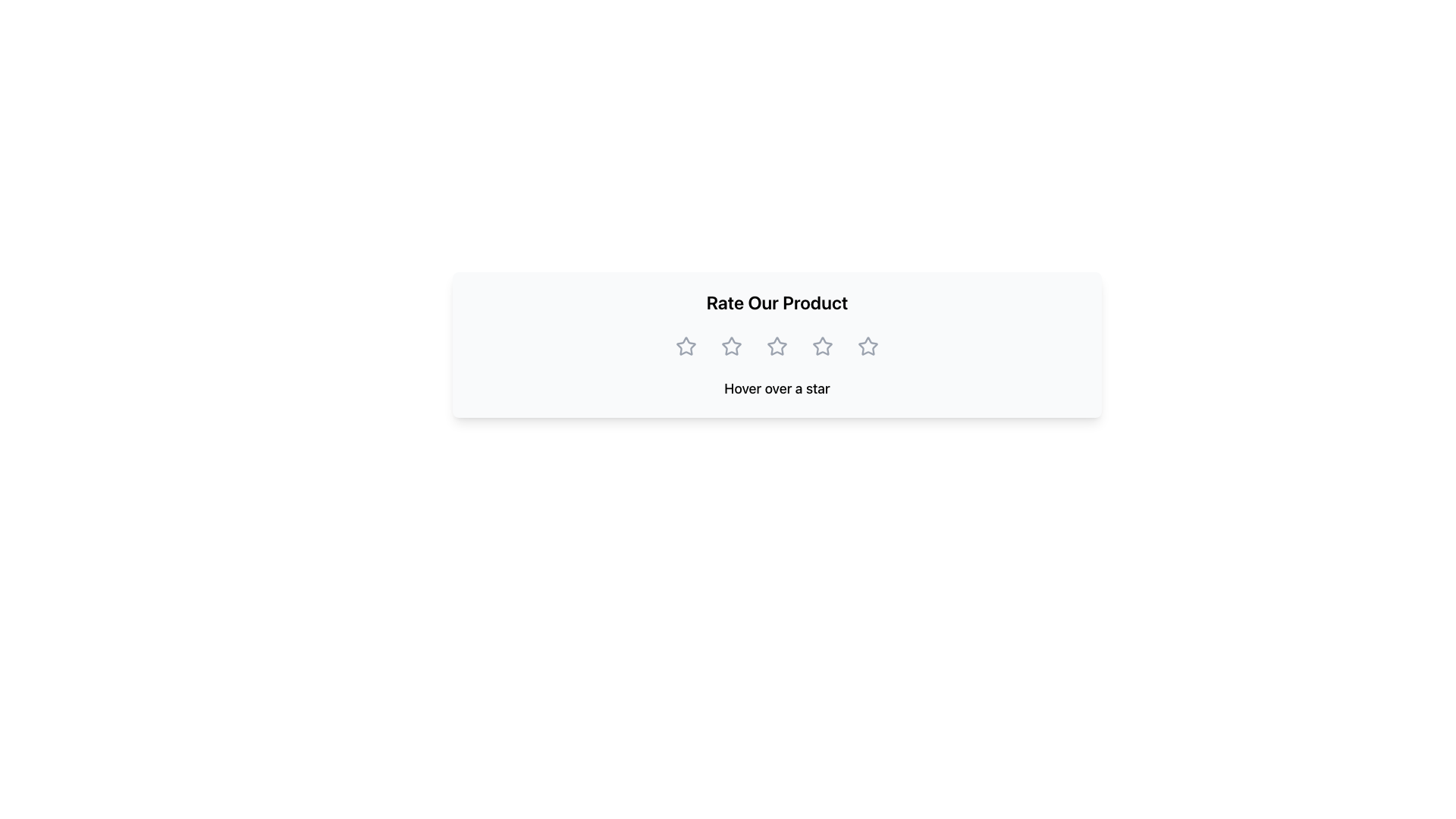  I want to click on the fifth star icon used for the highest level of rating in the 1-to-5 rating system, located below 'Rate Our Product.', so click(868, 346).